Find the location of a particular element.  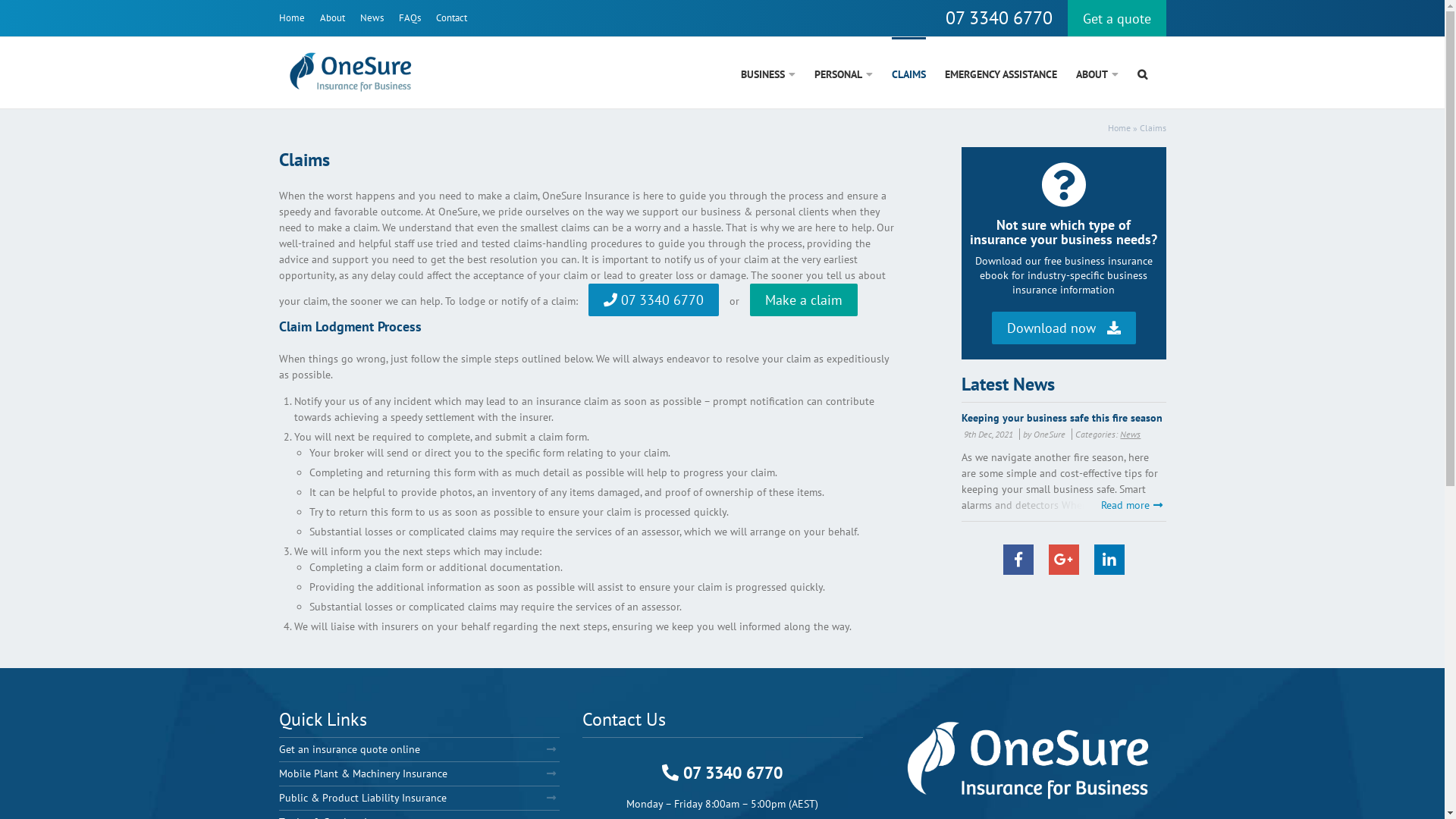

'Download now' is located at coordinates (1062, 326).